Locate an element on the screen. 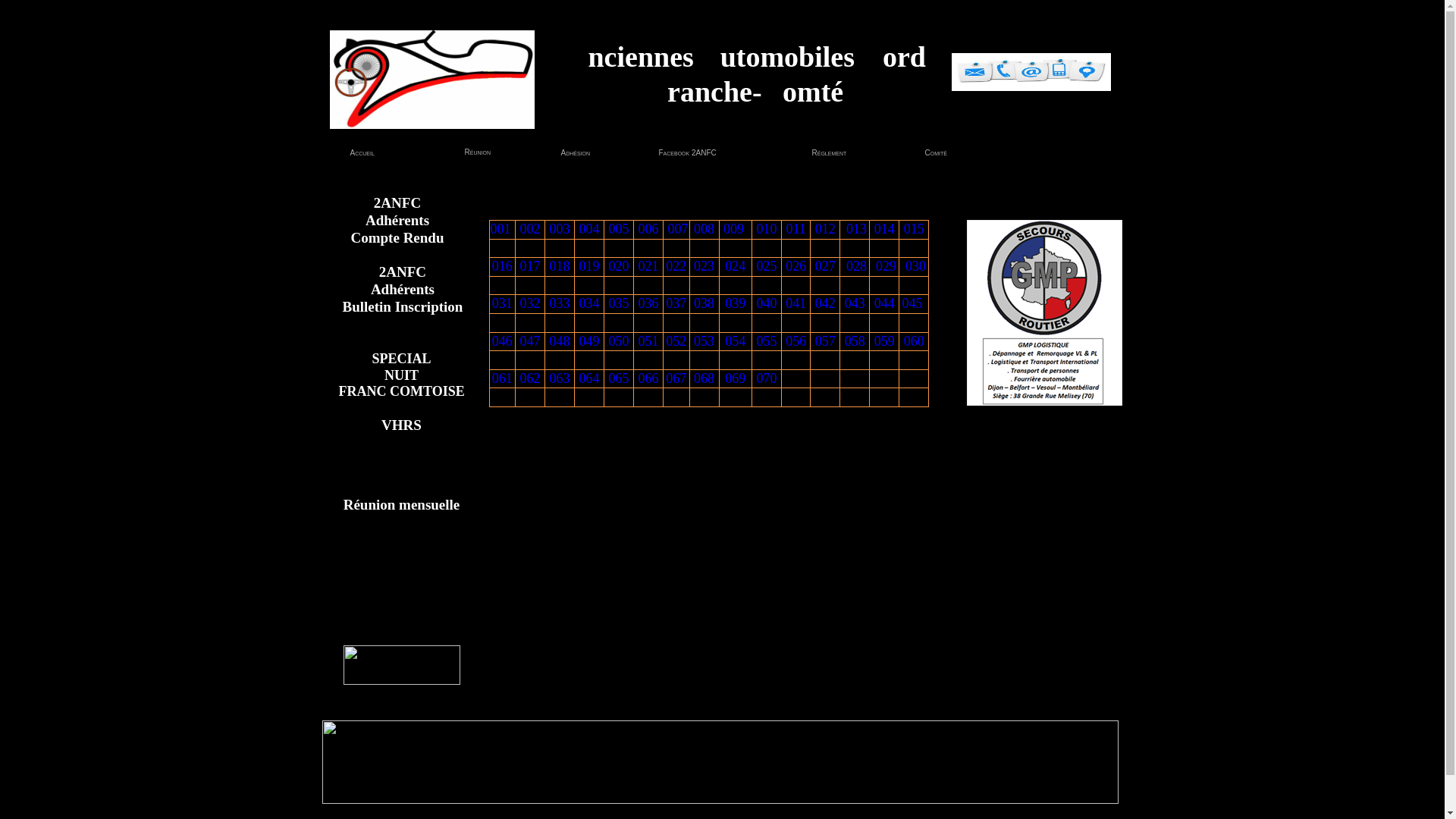  '068' is located at coordinates (703, 377).